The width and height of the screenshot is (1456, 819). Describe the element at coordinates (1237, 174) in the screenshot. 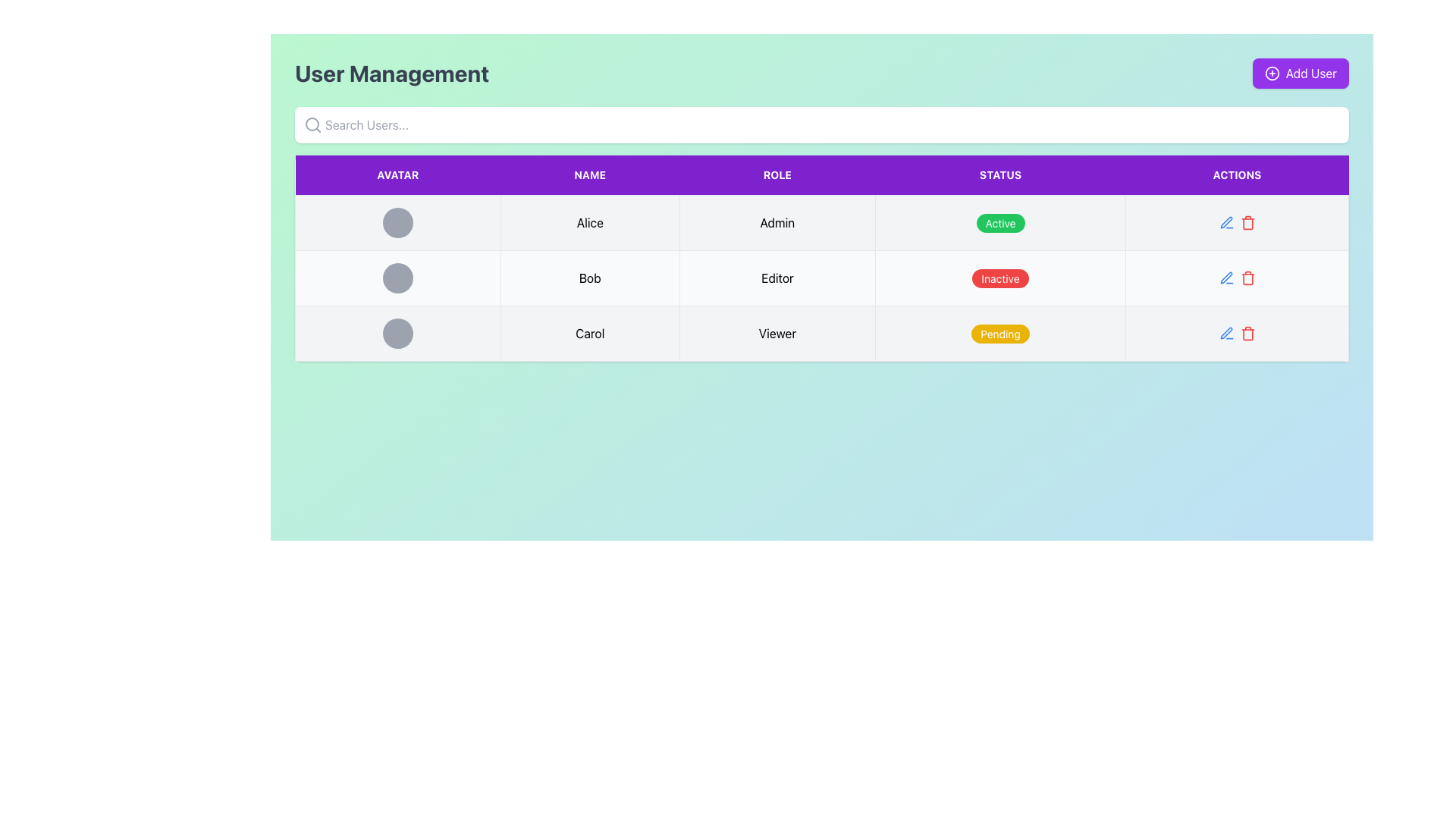

I see `static label text 'ACTIONS' which is displayed in uppercase letters with a purple background and white text, located in the fifth cell of the header row` at that location.